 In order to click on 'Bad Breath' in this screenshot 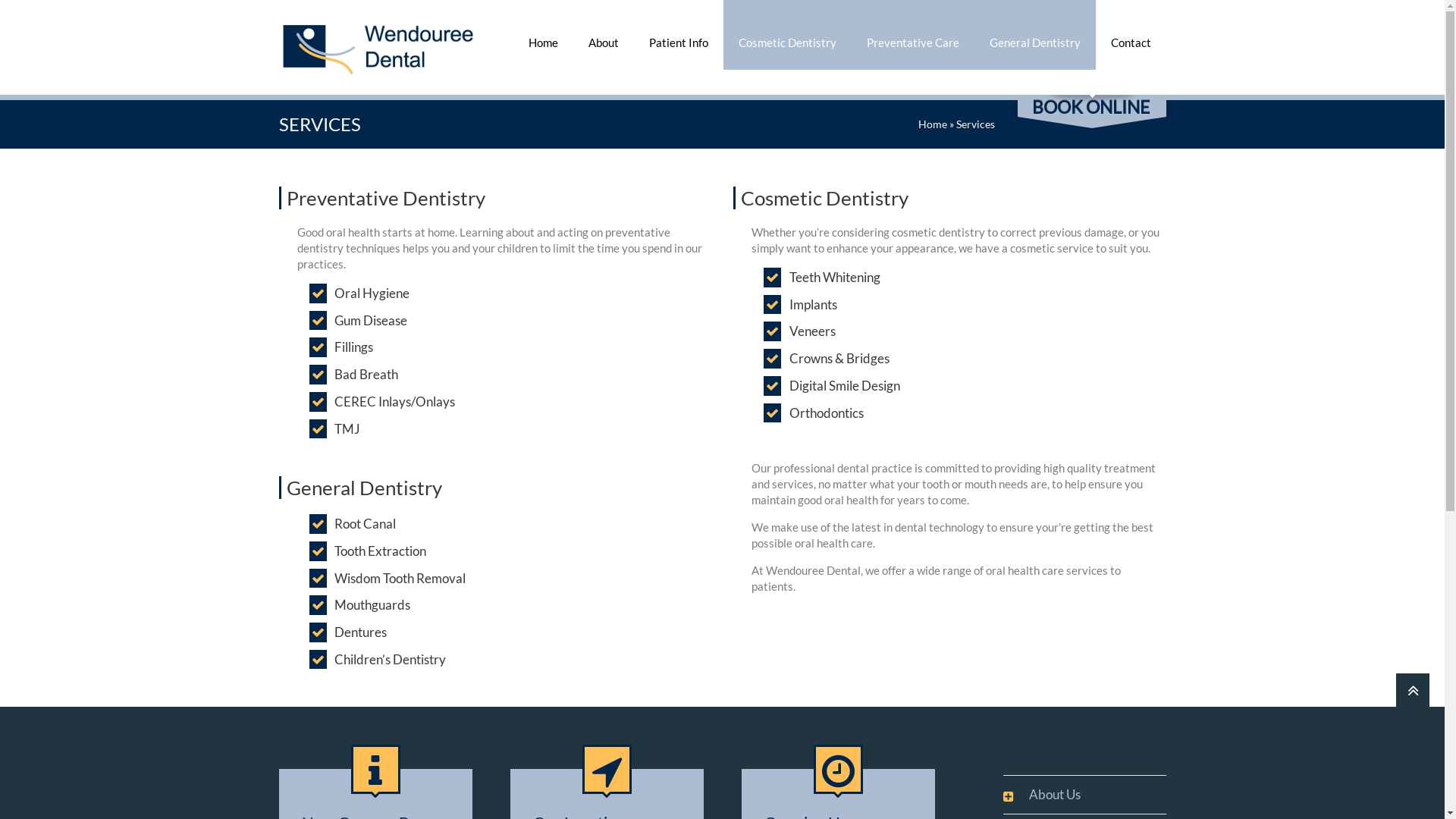, I will do `click(366, 374)`.